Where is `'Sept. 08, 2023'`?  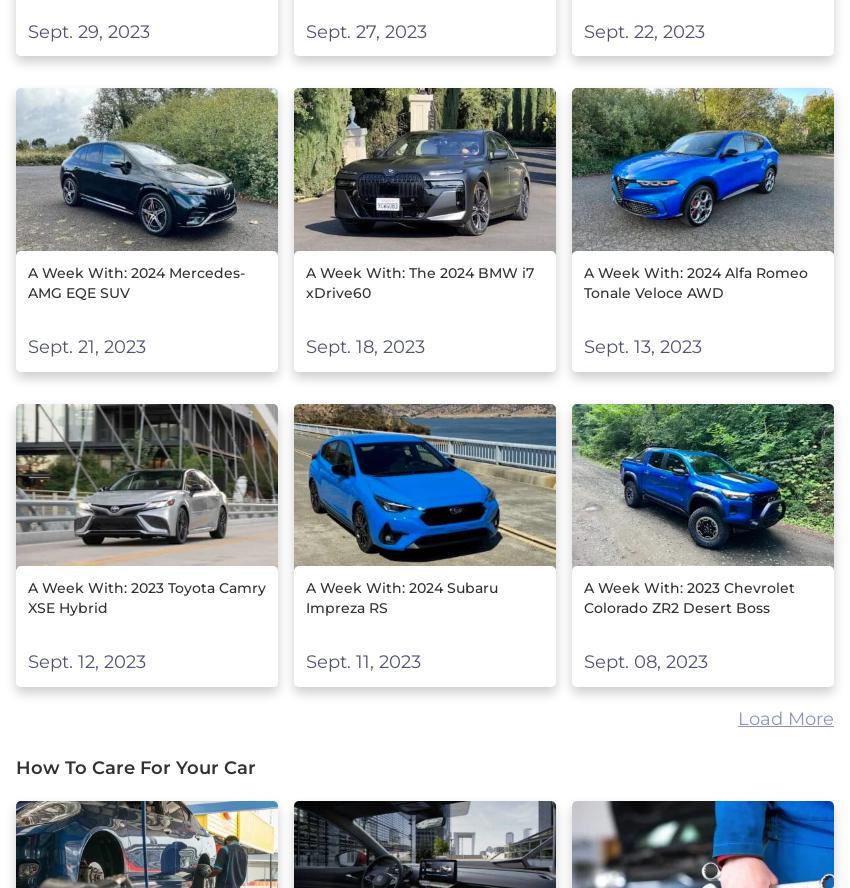 'Sept. 08, 2023' is located at coordinates (583, 661).